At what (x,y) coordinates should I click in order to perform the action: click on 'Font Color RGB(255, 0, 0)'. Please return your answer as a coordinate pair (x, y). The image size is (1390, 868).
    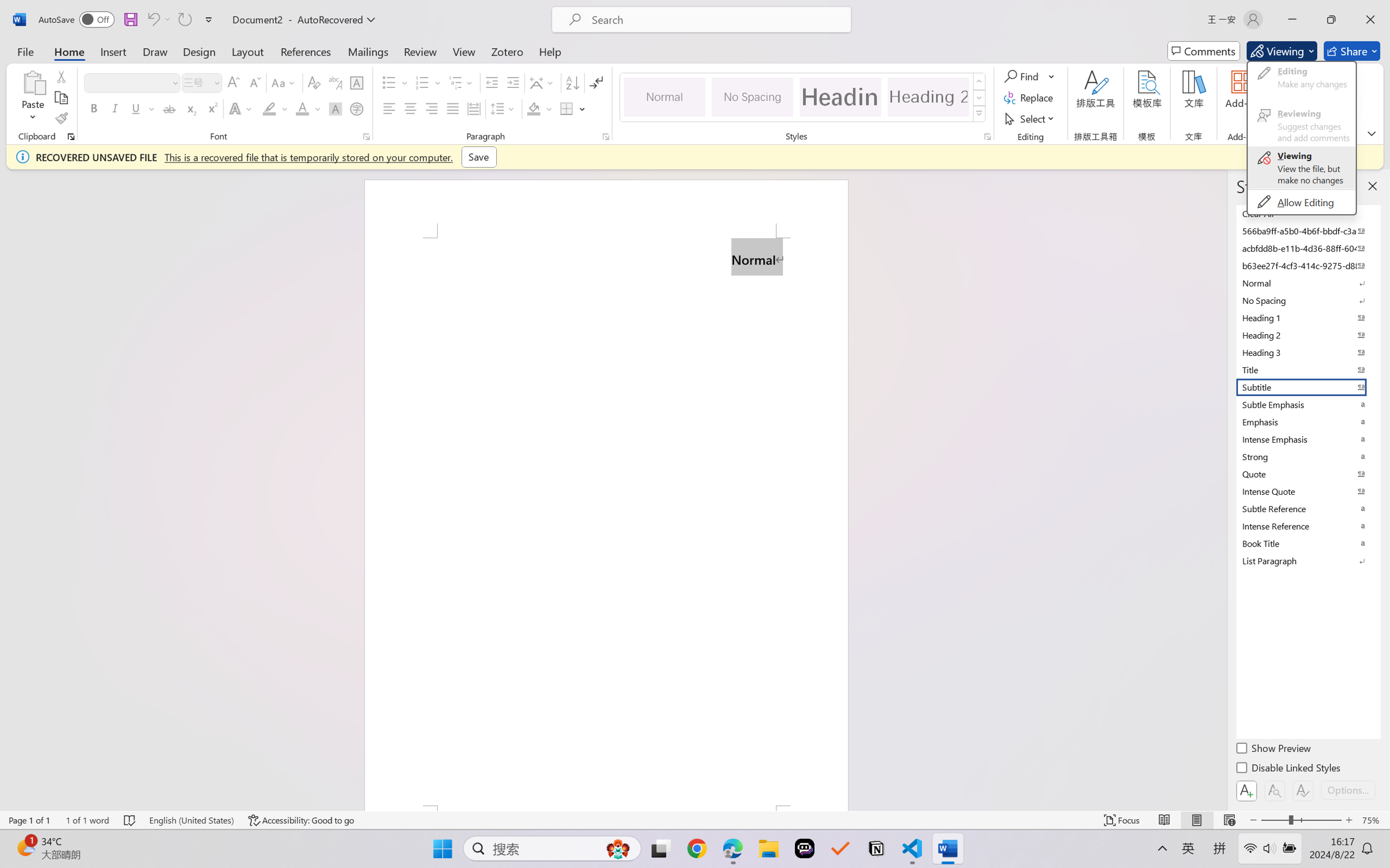
    Looking at the image, I should click on (303, 108).